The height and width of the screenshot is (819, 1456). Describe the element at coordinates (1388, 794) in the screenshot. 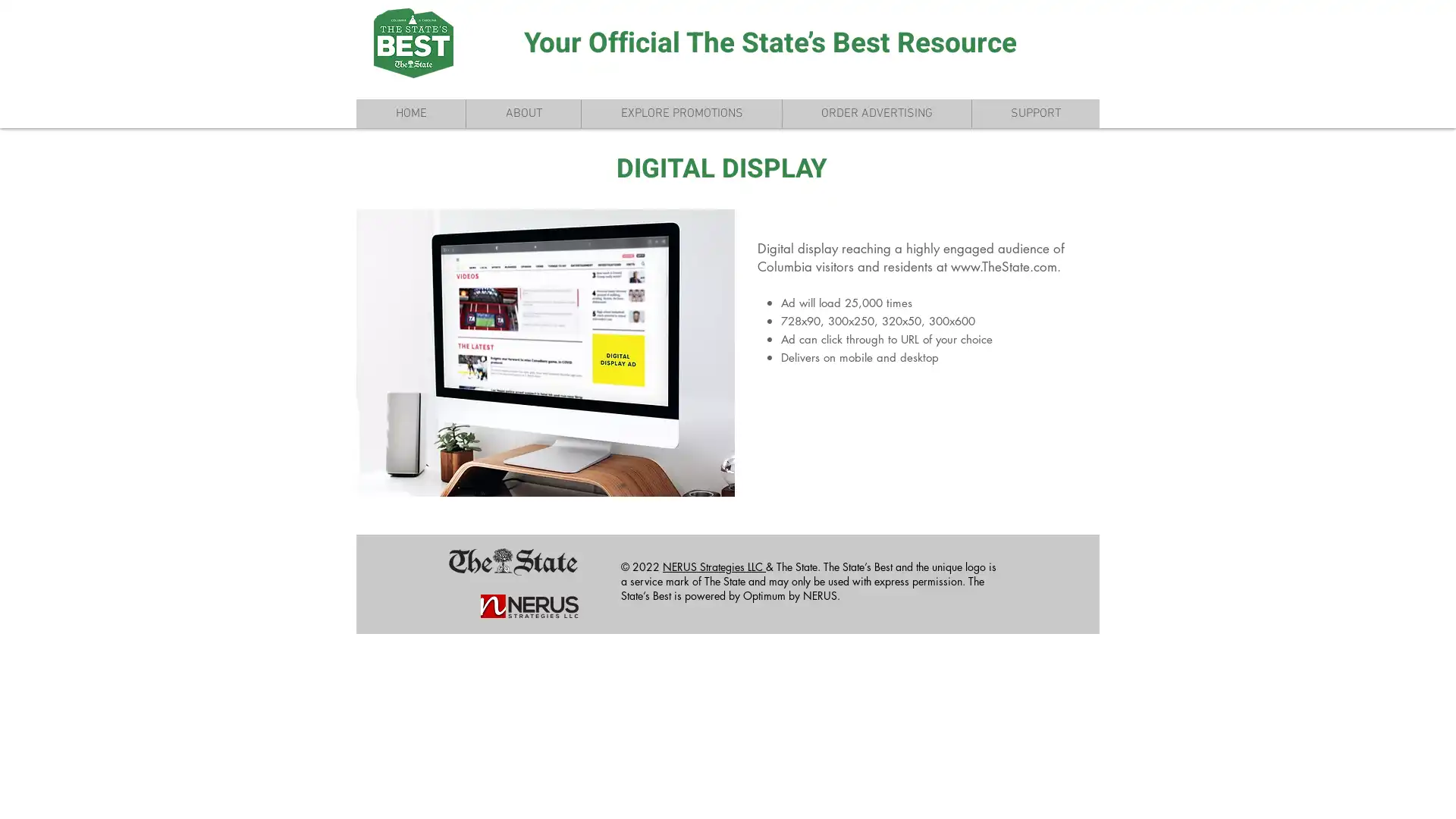

I see `Accept` at that location.